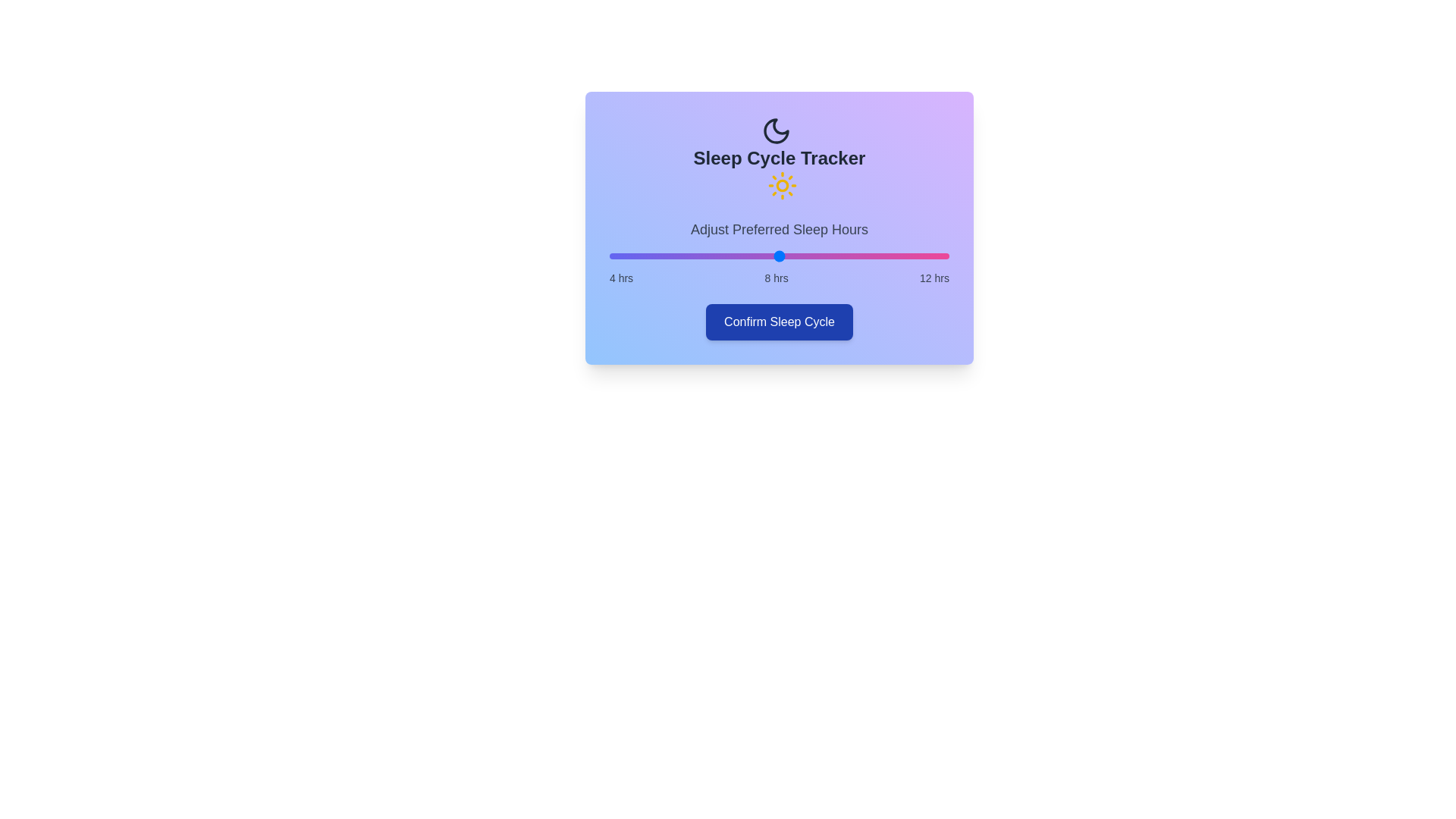 The width and height of the screenshot is (1456, 819). Describe the element at coordinates (864, 256) in the screenshot. I see `the sleep hours slider to 10 hours` at that location.